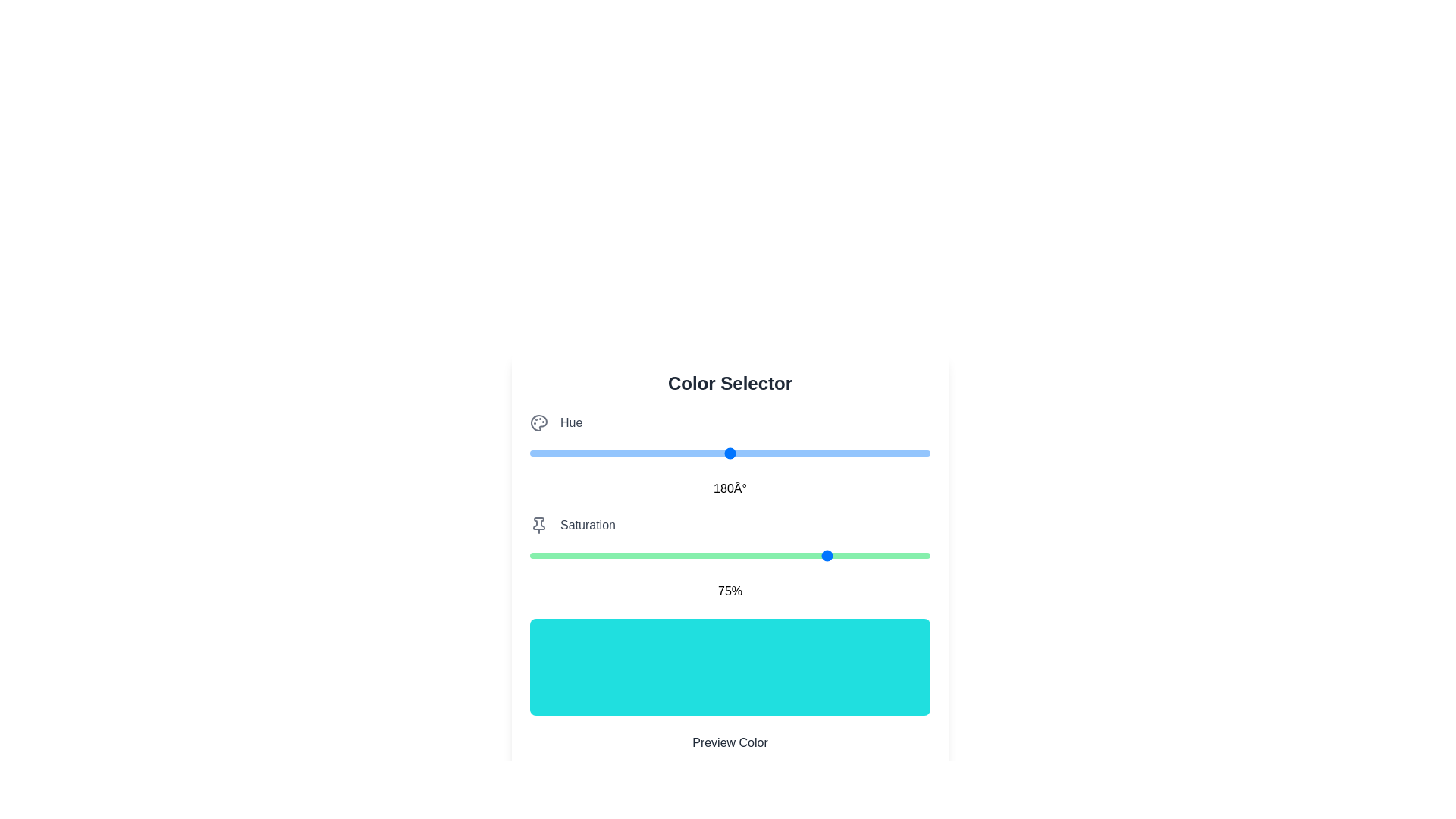 Image resolution: width=1456 pixels, height=819 pixels. I want to click on the main body of the palette icon, which symbolizes an artistic tool, by clicking on it, so click(538, 423).